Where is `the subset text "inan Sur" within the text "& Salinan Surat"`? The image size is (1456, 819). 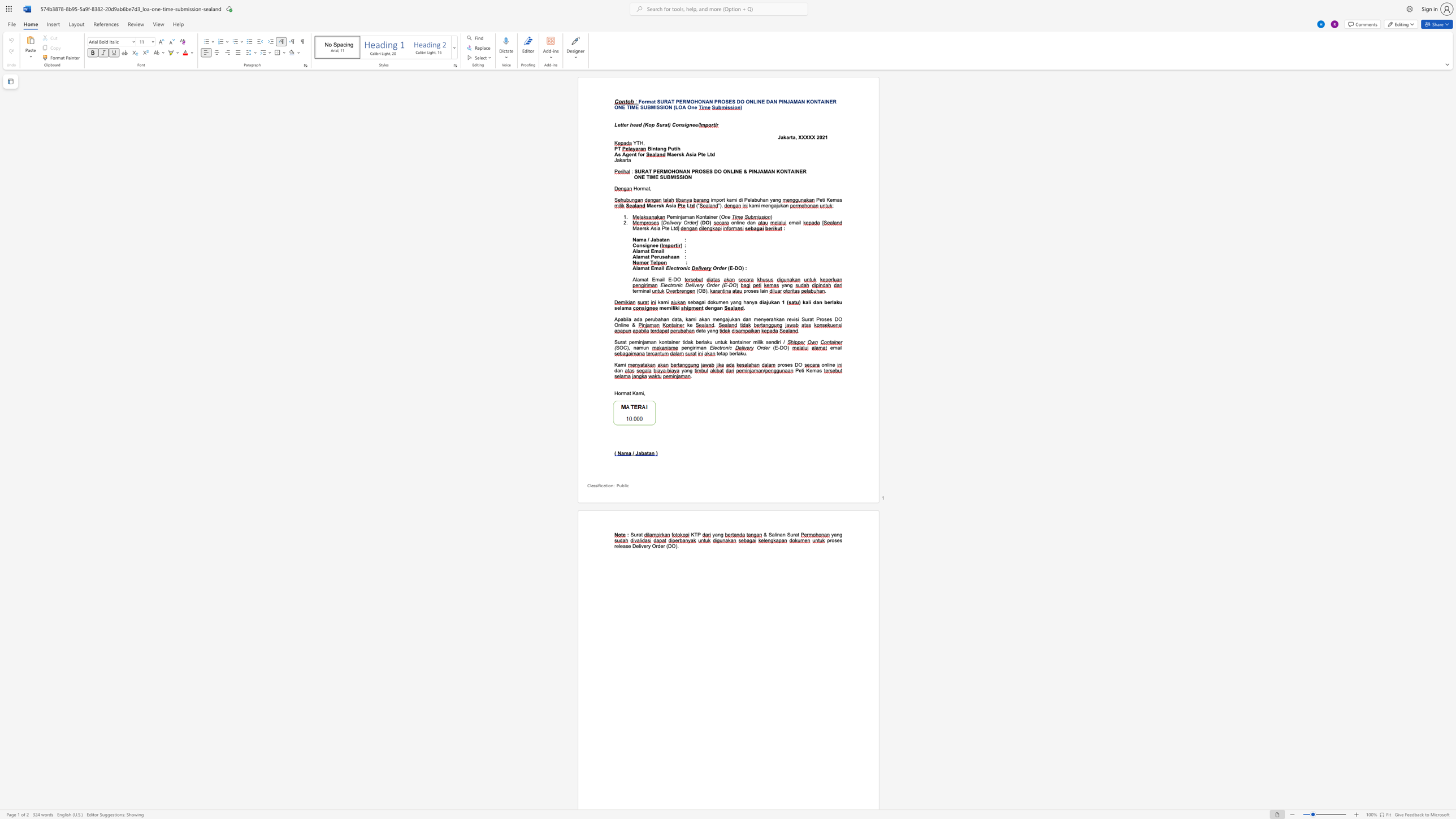
the subset text "inan Sur" within the text "& Salinan Surat" is located at coordinates (775, 534).